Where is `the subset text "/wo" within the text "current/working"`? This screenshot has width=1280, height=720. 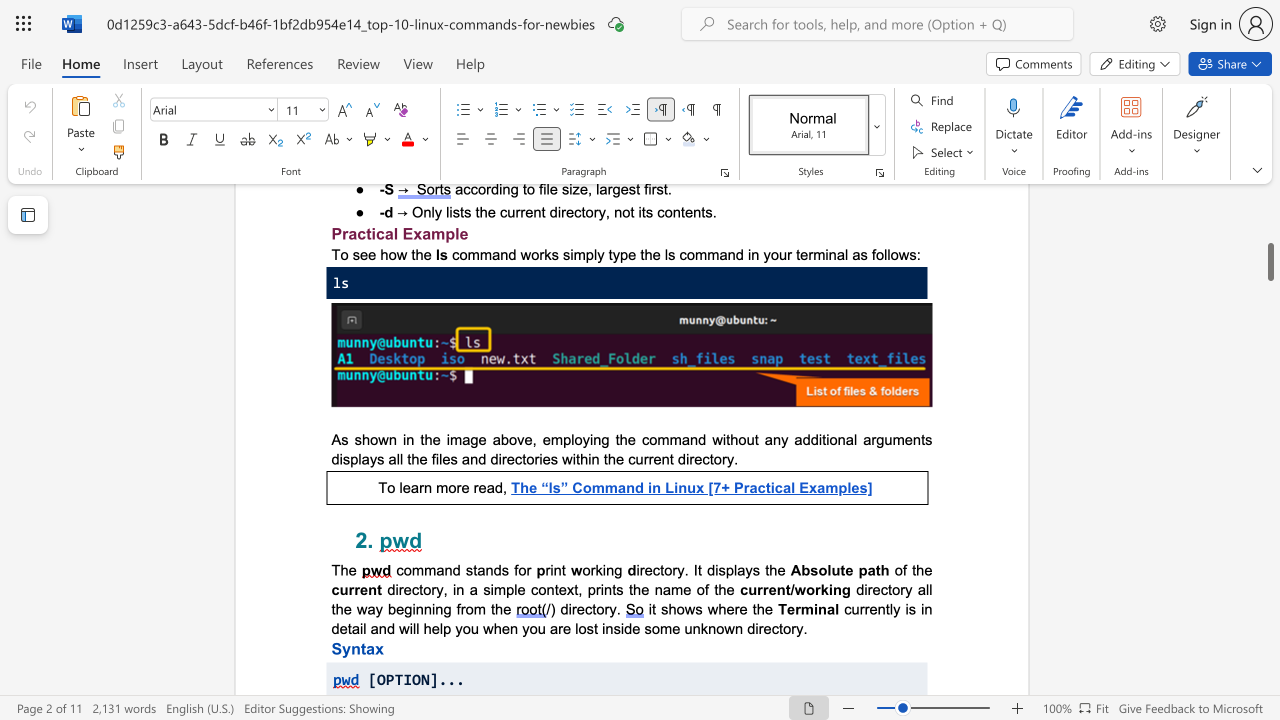
the subset text "/wo" within the text "current/working" is located at coordinates (789, 588).